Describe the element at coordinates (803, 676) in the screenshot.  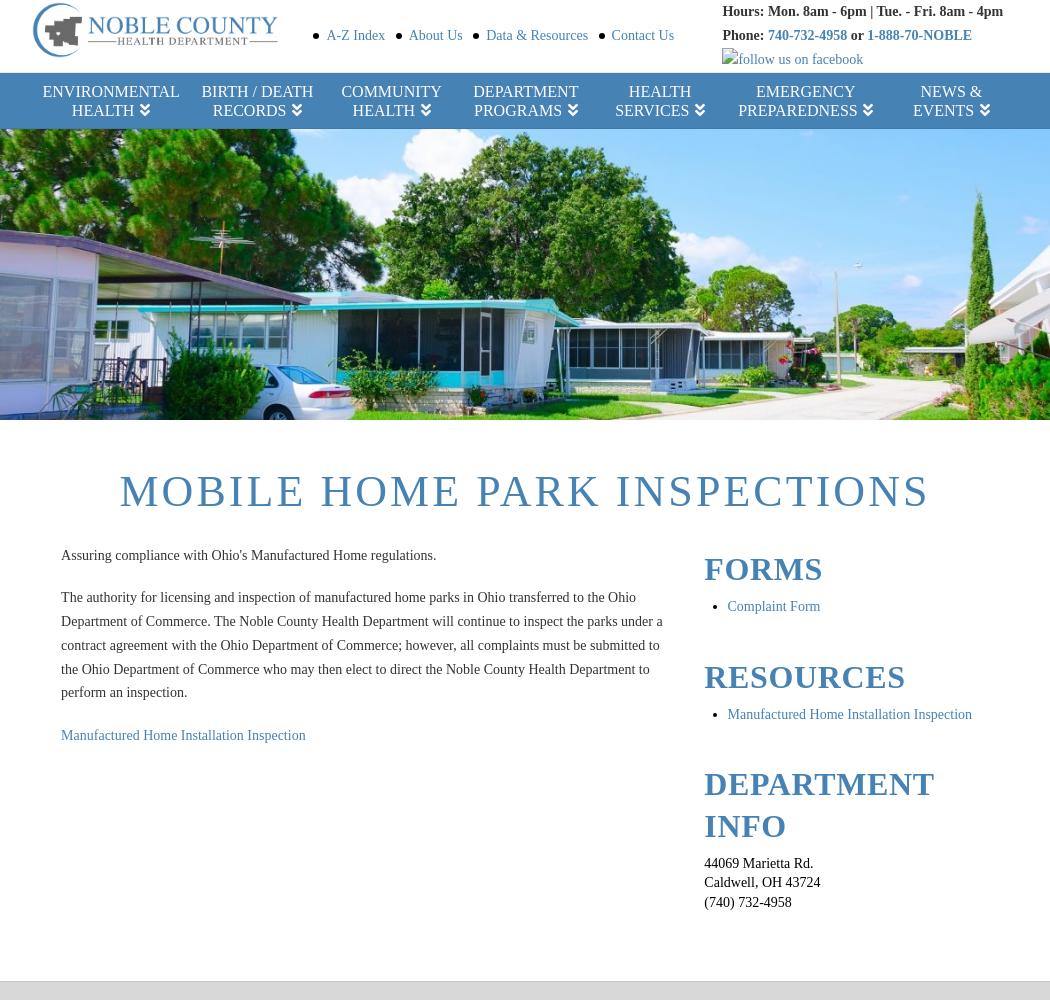
I see `'Resources'` at that location.